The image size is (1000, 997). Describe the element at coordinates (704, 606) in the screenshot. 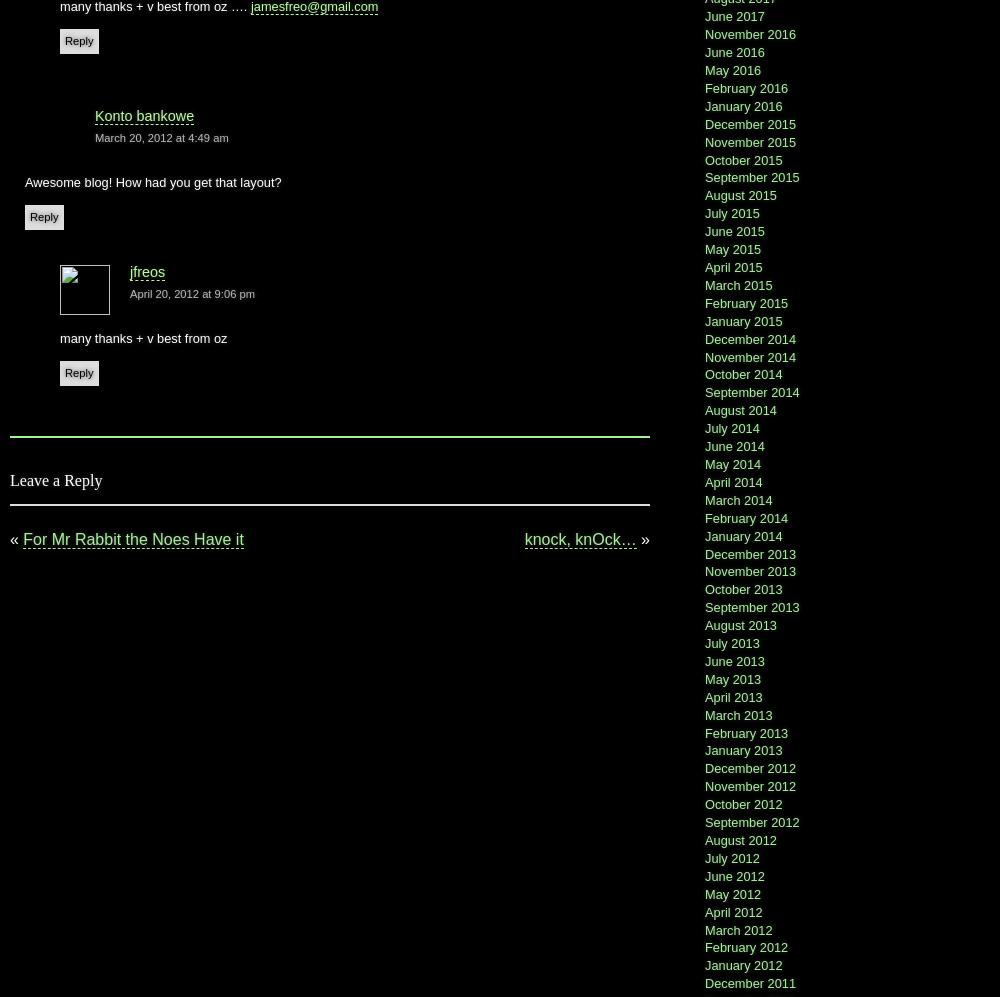

I see `'September 2013'` at that location.